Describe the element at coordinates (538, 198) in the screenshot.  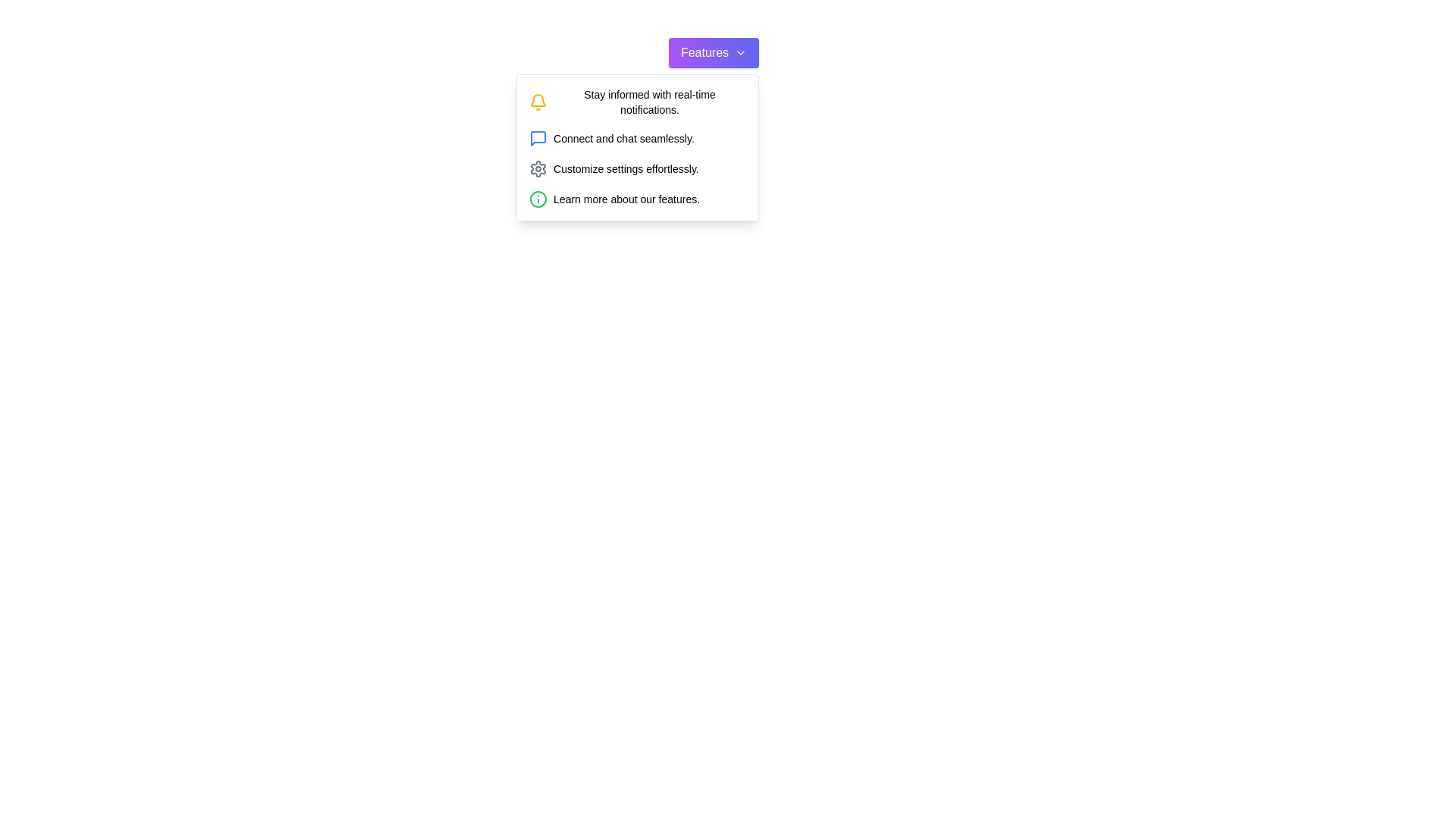
I see `the green-stroked SVG circle, which is the outer boundary of the first icon in the menu panel representing informational content, located left to the text 'Stay informed with real-time notifications.'` at that location.